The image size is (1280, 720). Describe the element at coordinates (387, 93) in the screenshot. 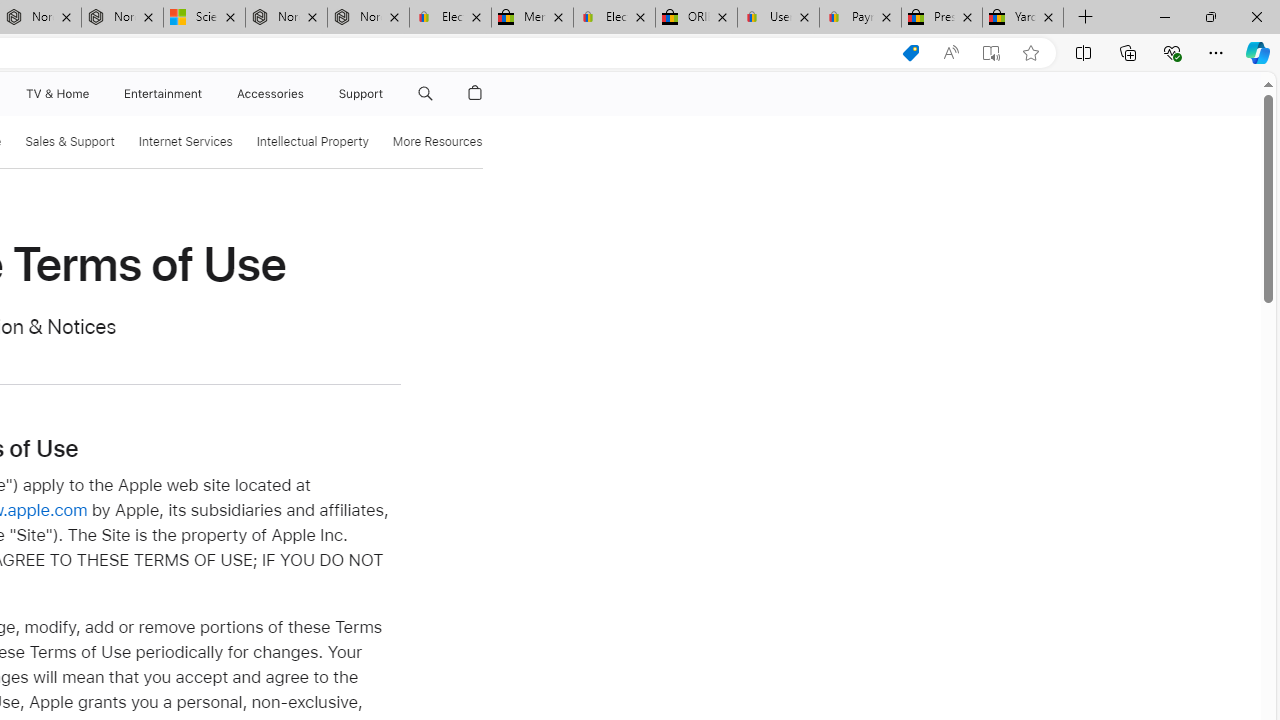

I see `'Class: globalnav-submenu-trigger-item'` at that location.